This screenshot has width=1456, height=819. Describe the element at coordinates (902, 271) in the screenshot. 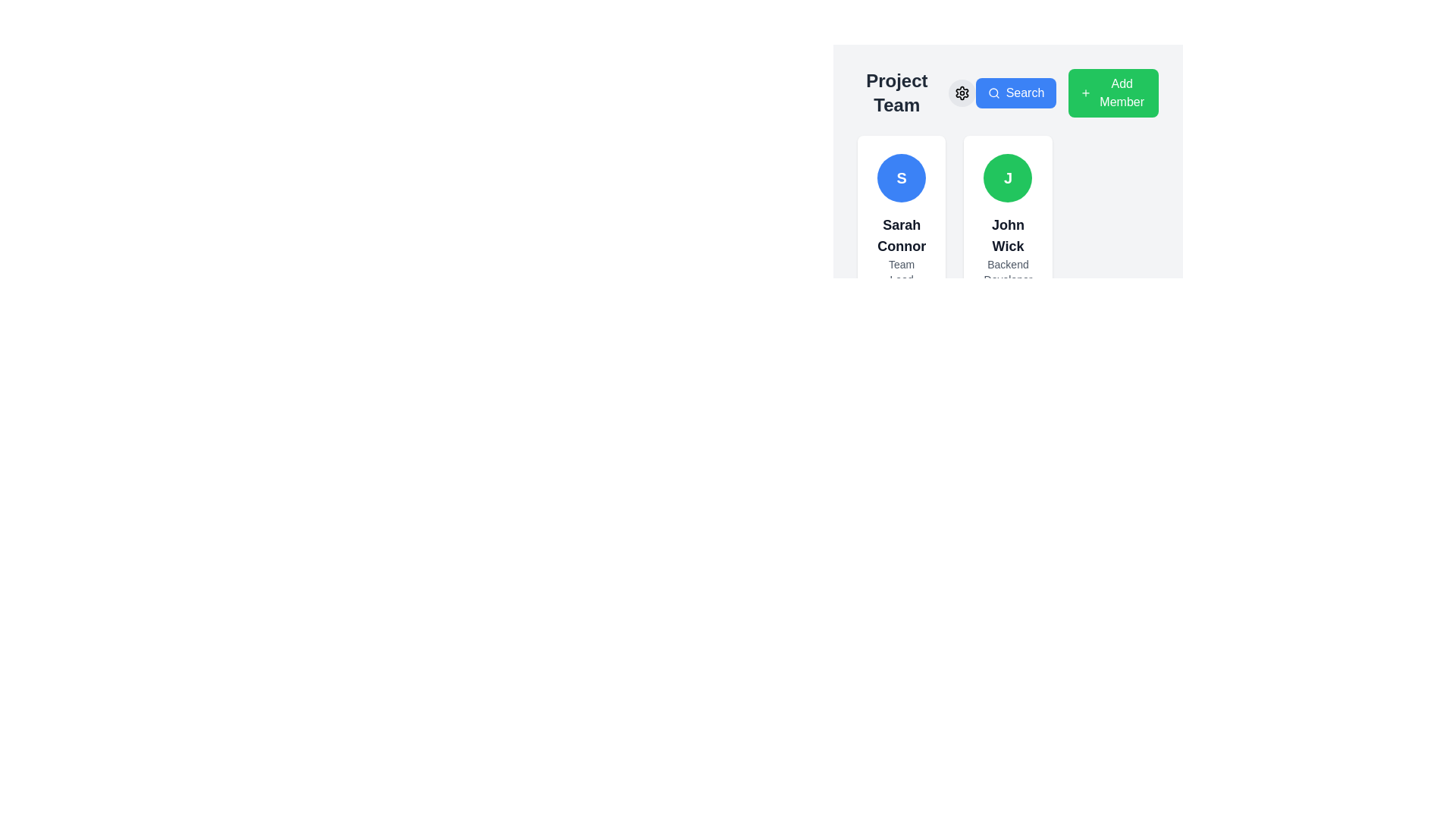

I see `the static text label that denotes the role or position of a team member, located at the bottom of the vertical card beneath the bold-text name and blue circular icon with the letter 'S'` at that location.